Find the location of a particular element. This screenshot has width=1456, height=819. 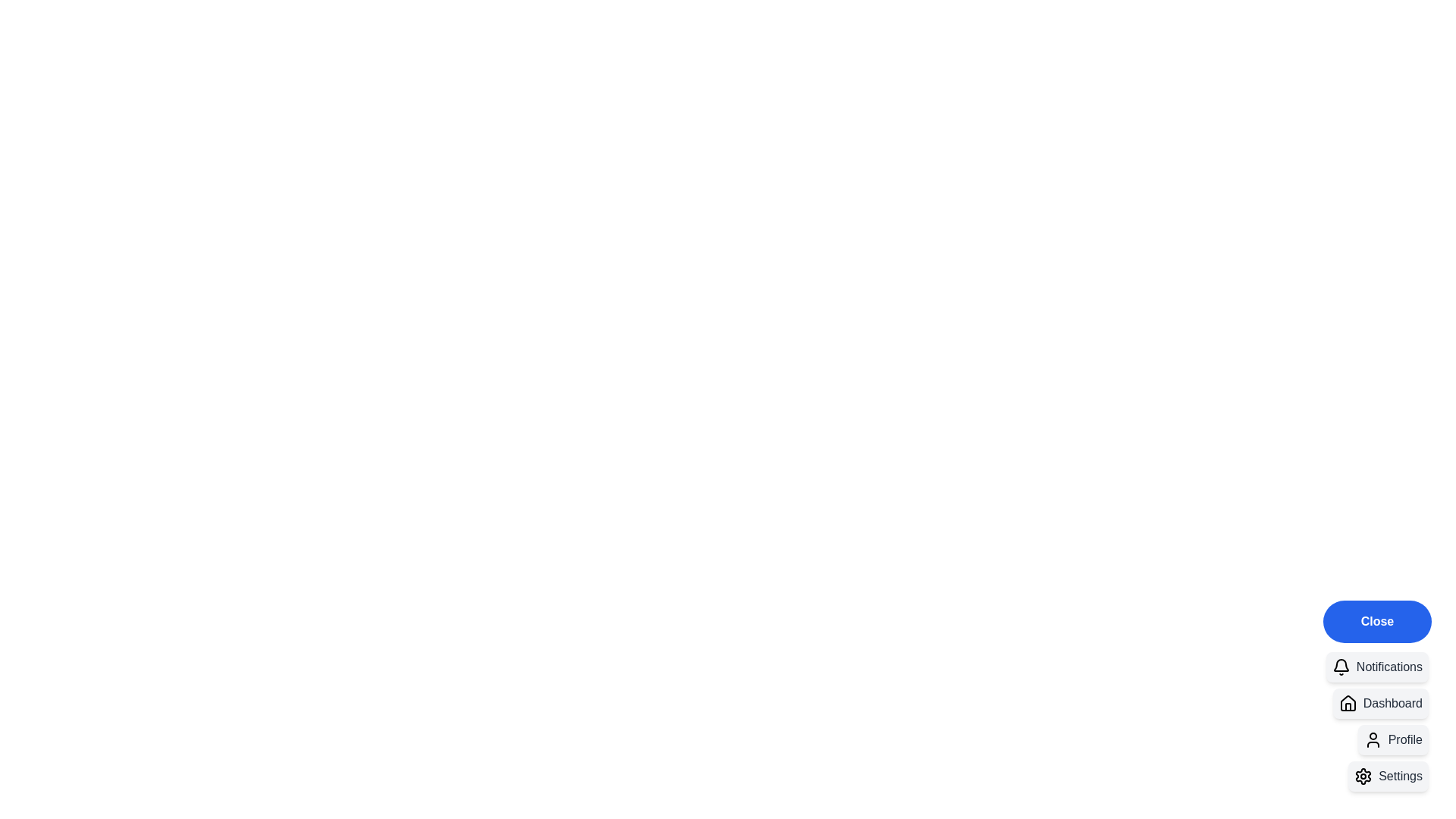

the 'Settings' button is located at coordinates (1388, 776).